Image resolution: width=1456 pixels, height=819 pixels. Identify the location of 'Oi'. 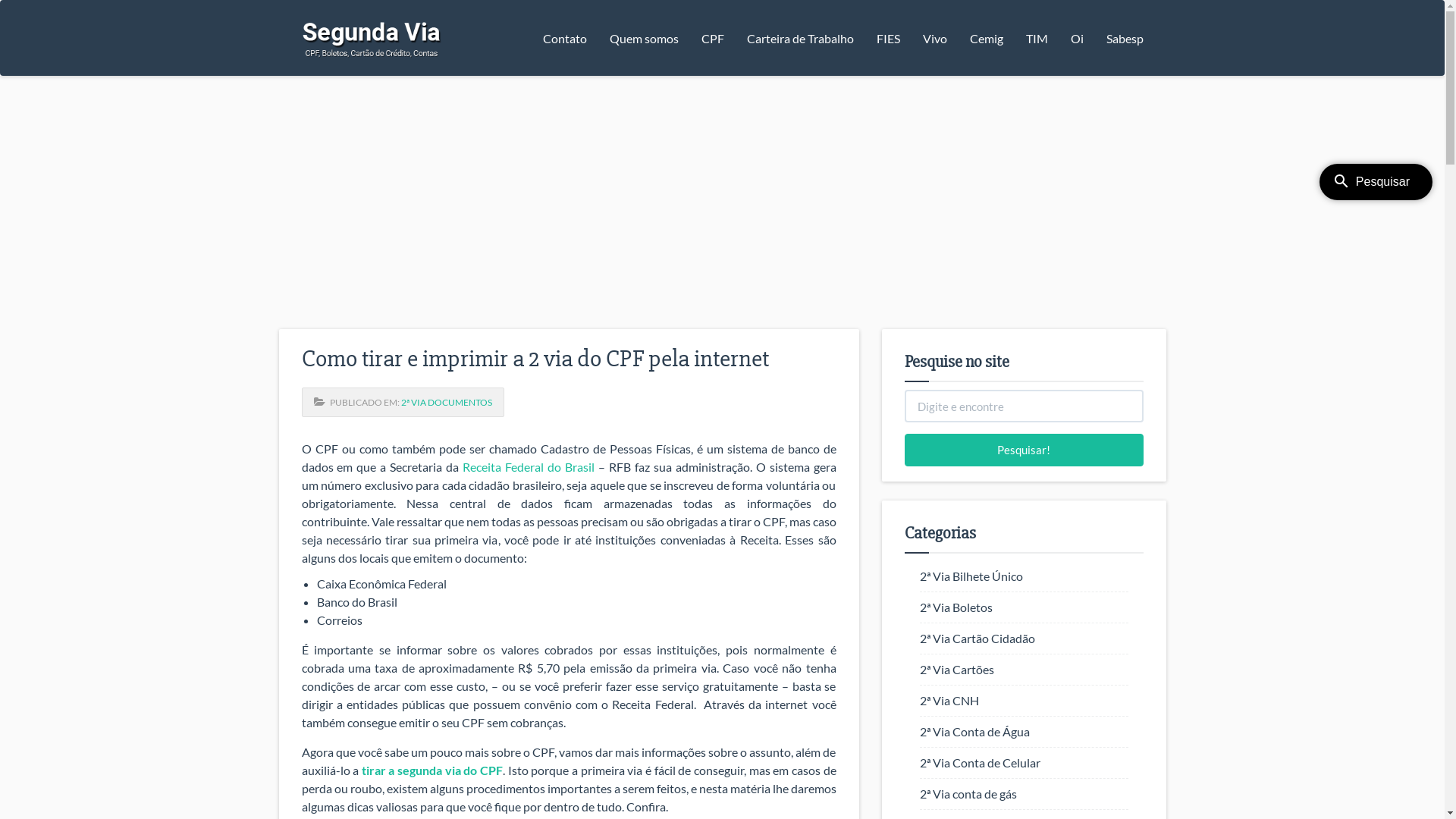
(1075, 37).